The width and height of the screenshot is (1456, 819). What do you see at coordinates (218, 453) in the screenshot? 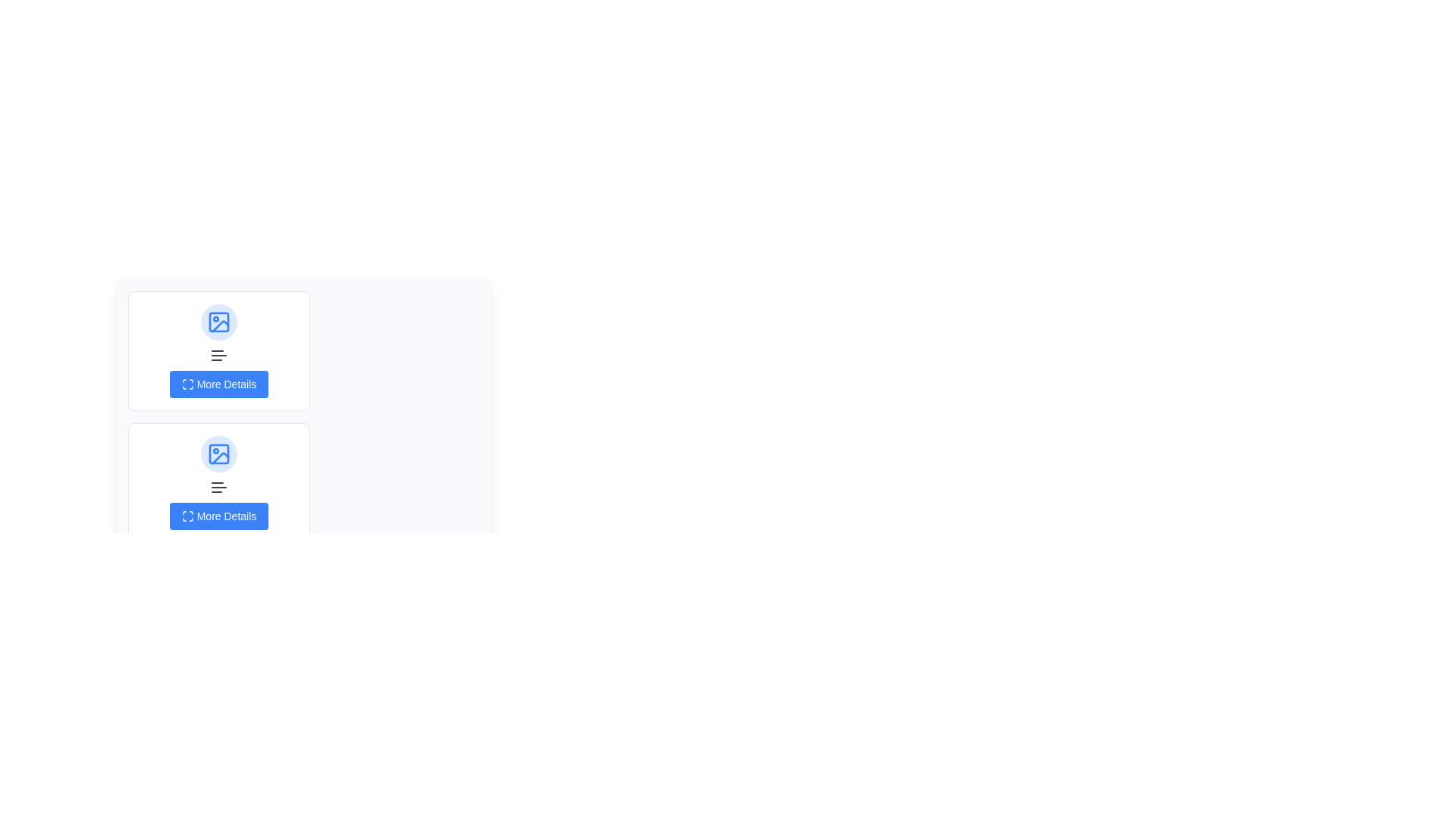
I see `the icon that represents interaction with images, located centrally within a circular background at the bottom tile of a vertically stacked list of cards` at bounding box center [218, 453].